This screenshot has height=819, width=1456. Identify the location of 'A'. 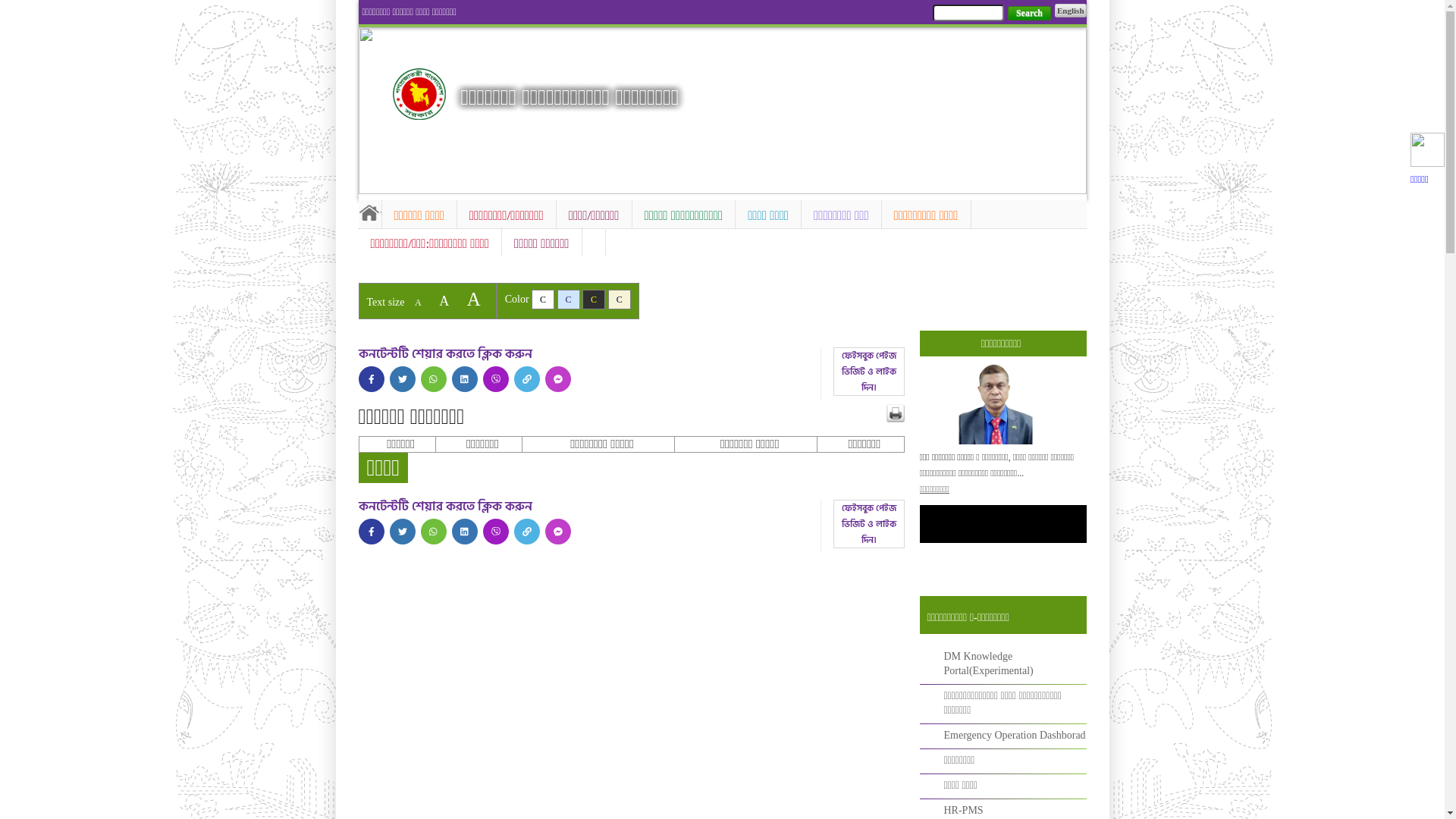
(418, 302).